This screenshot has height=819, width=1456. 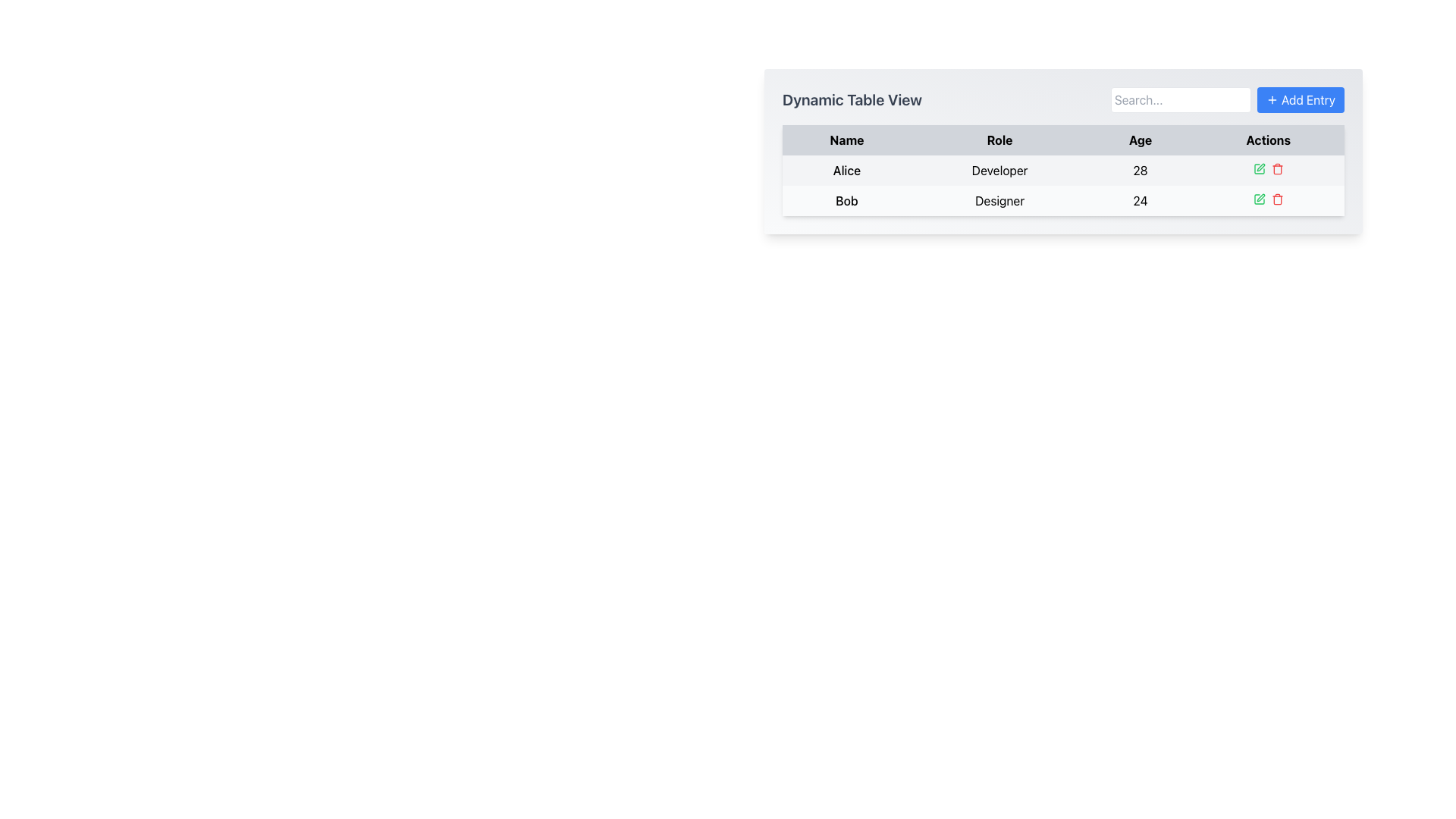 What do you see at coordinates (1268, 200) in the screenshot?
I see `the green edit icon in the composite action control for the entry 'Bob', role 'Designer', age '24'` at bounding box center [1268, 200].